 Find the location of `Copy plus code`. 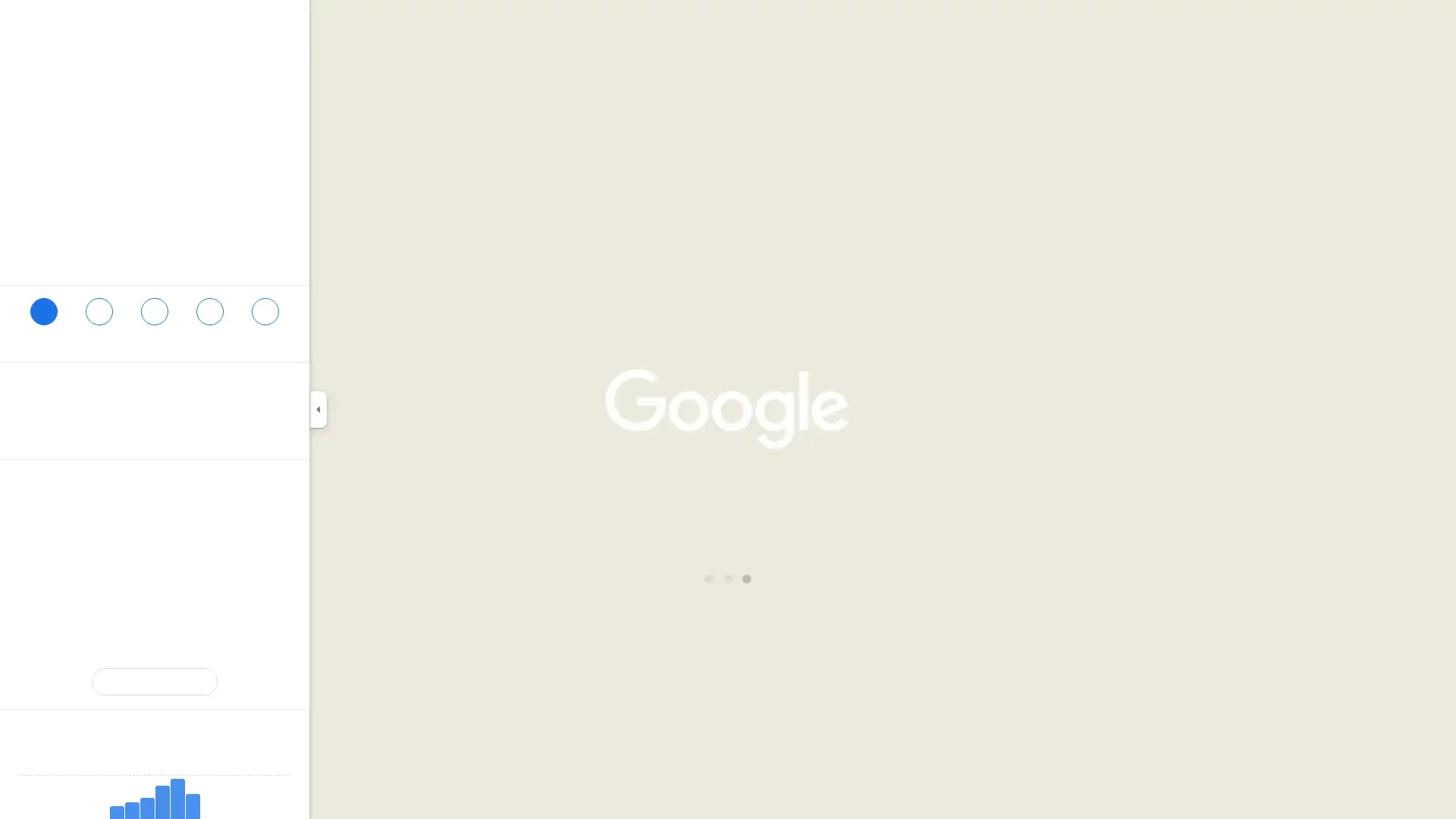

Copy plus code is located at coordinates (261, 593).